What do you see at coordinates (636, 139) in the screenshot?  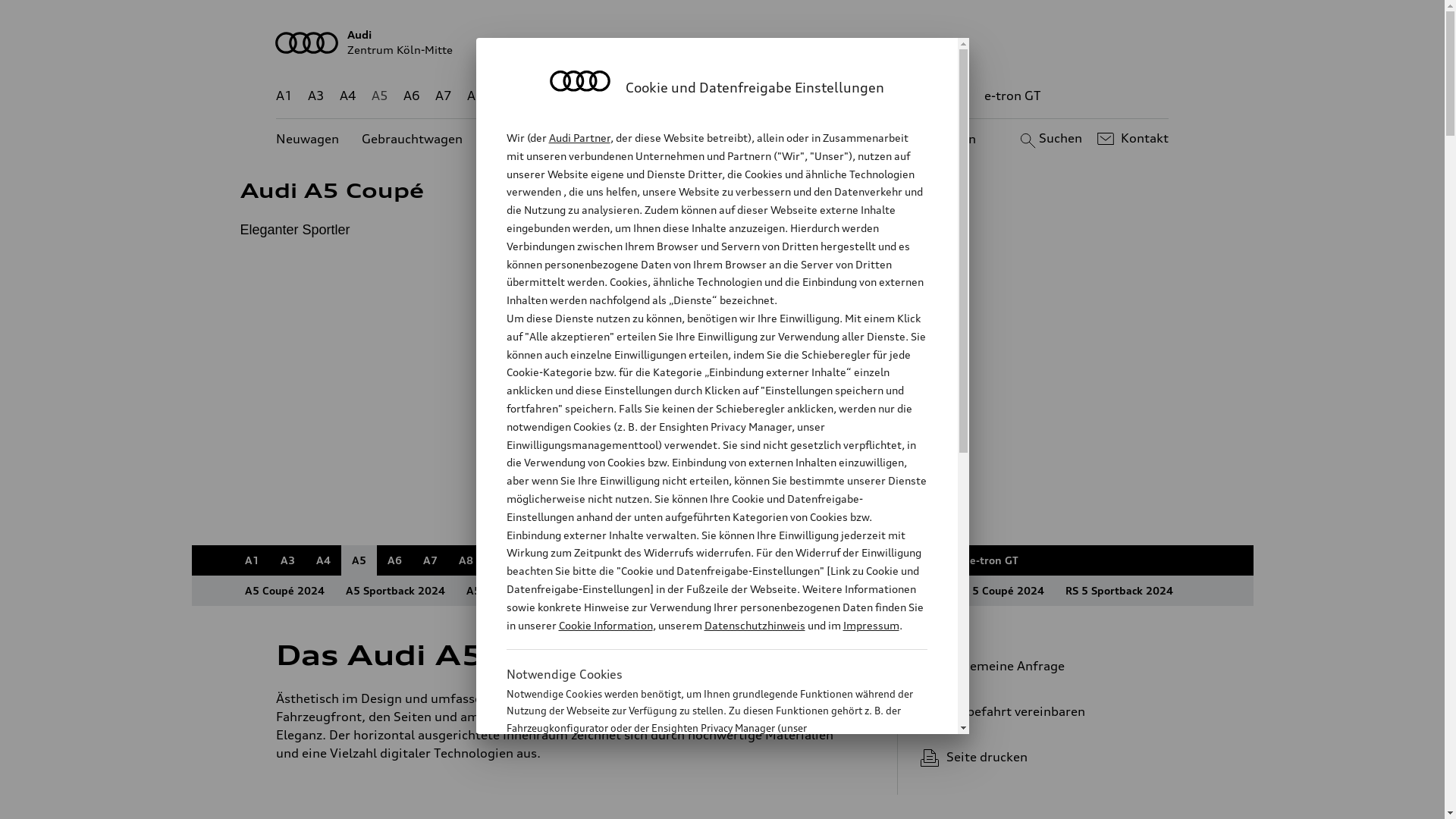 I see `'Angebote'` at bounding box center [636, 139].